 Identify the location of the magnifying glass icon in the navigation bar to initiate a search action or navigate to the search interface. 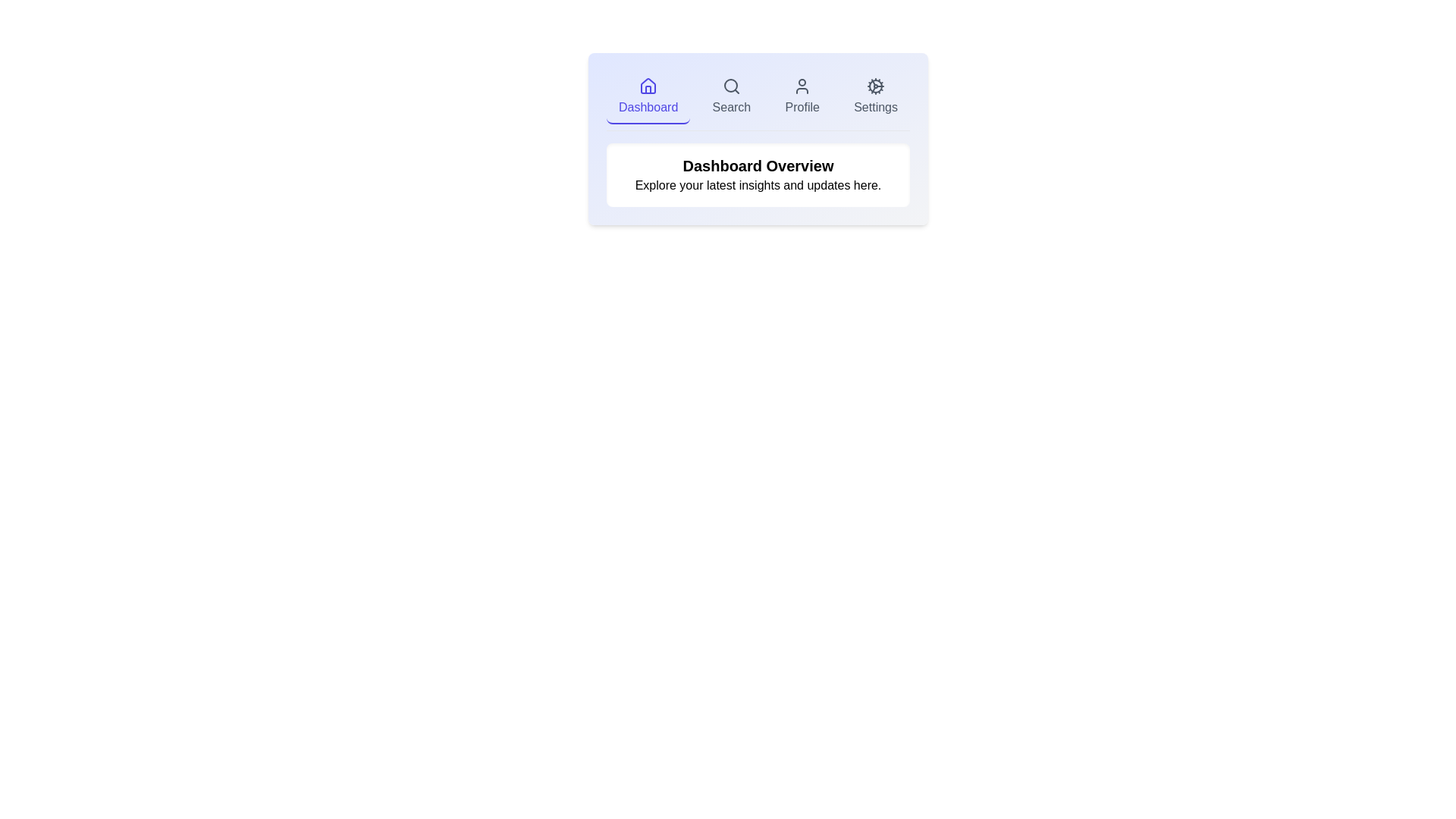
(731, 86).